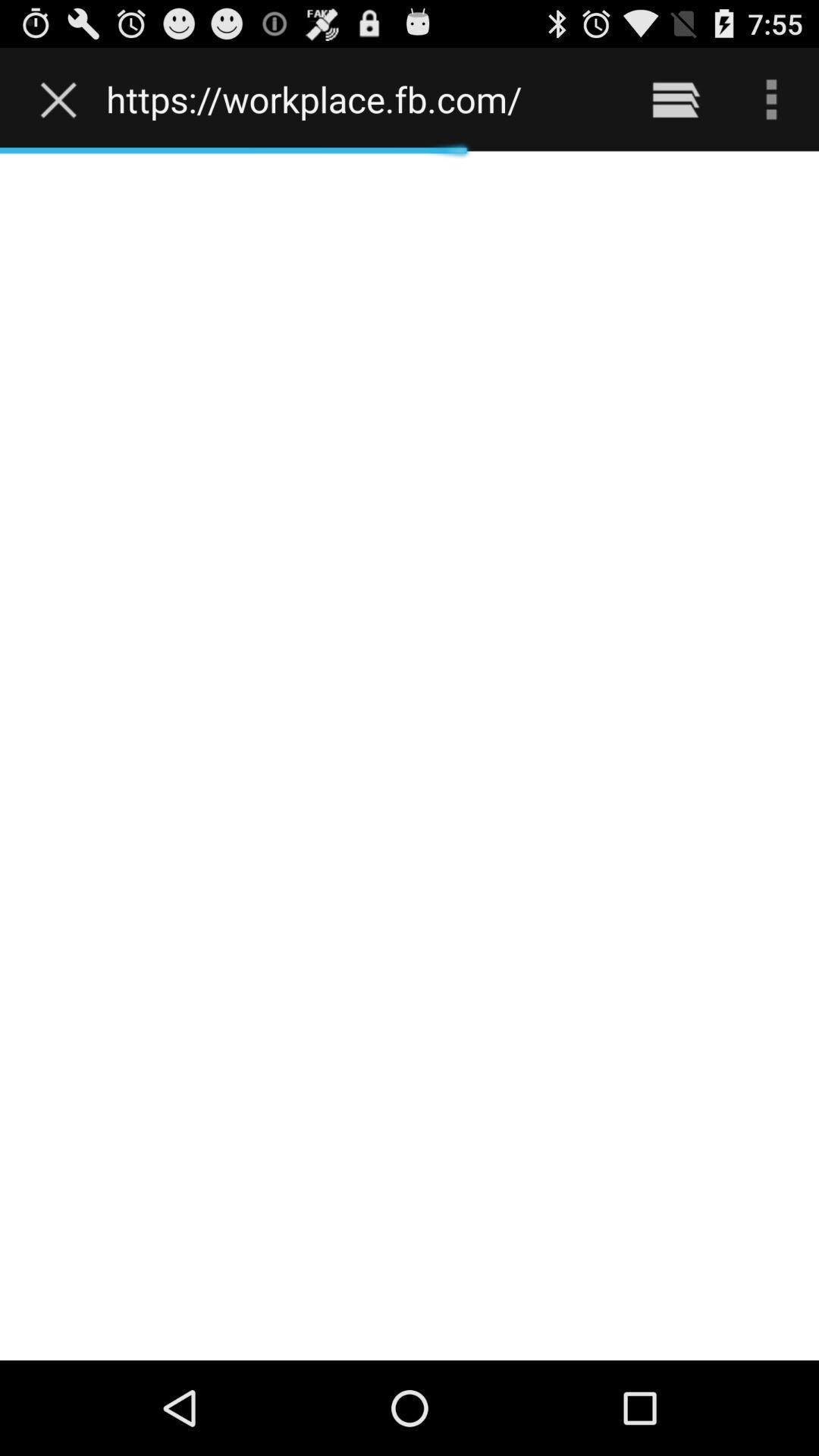 The width and height of the screenshot is (819, 1456). I want to click on item next to the https workplace fb, so click(675, 99).